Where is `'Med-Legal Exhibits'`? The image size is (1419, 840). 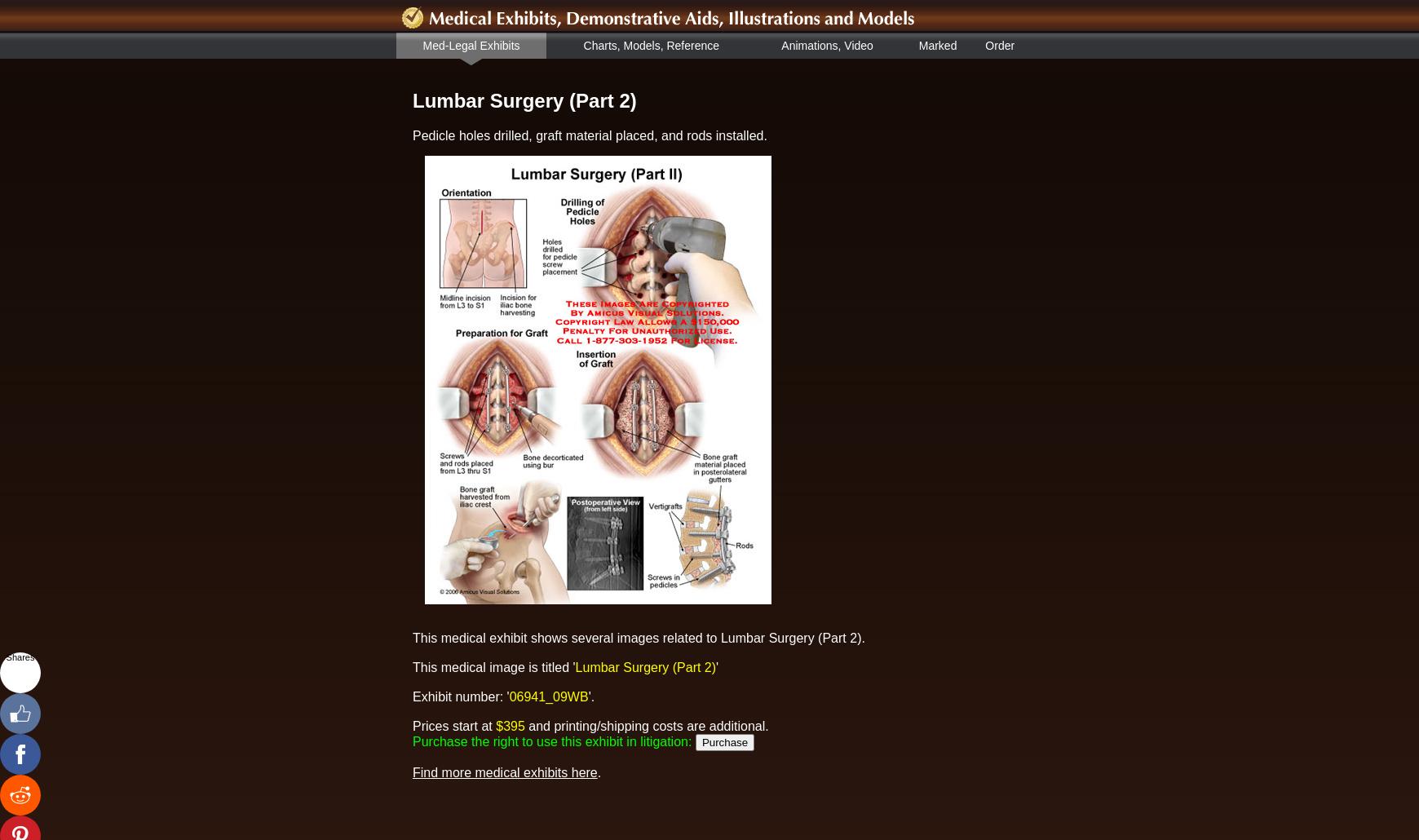 'Med-Legal Exhibits' is located at coordinates (470, 46).